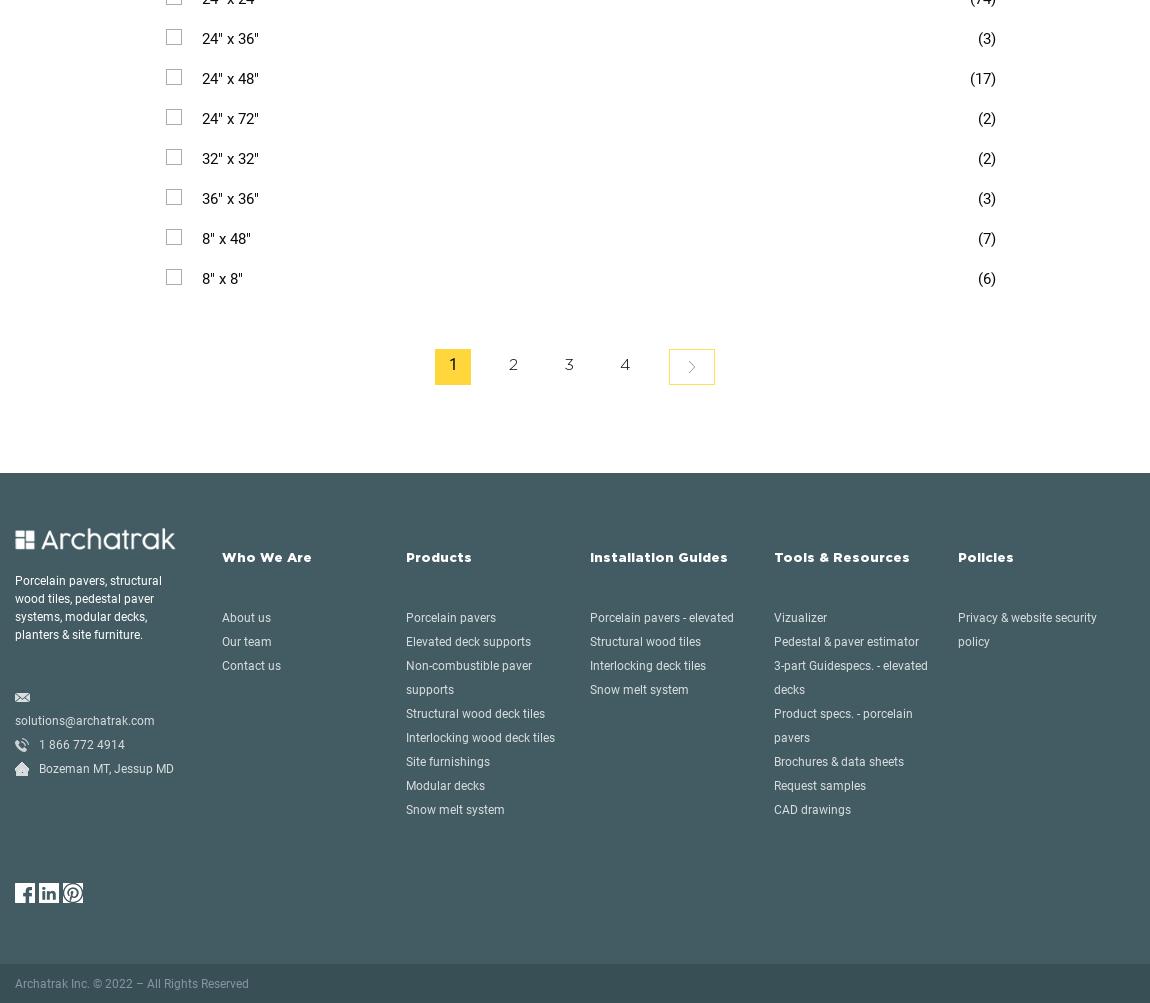  What do you see at coordinates (841, 556) in the screenshot?
I see `'Tools & Resources'` at bounding box center [841, 556].